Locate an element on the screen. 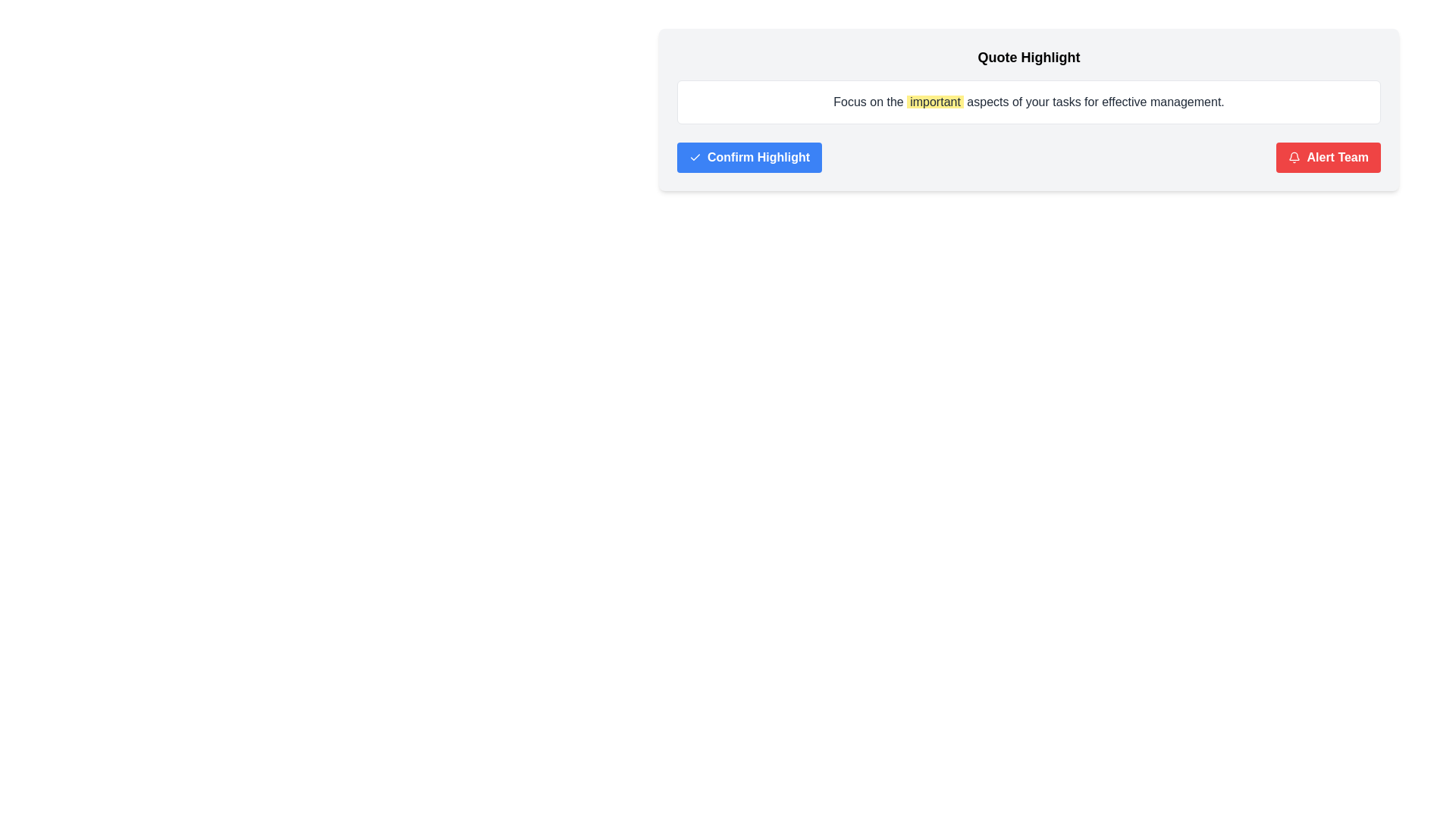  the bold title 'Quote Highlight' located centrally at the top of the content card is located at coordinates (1029, 57).